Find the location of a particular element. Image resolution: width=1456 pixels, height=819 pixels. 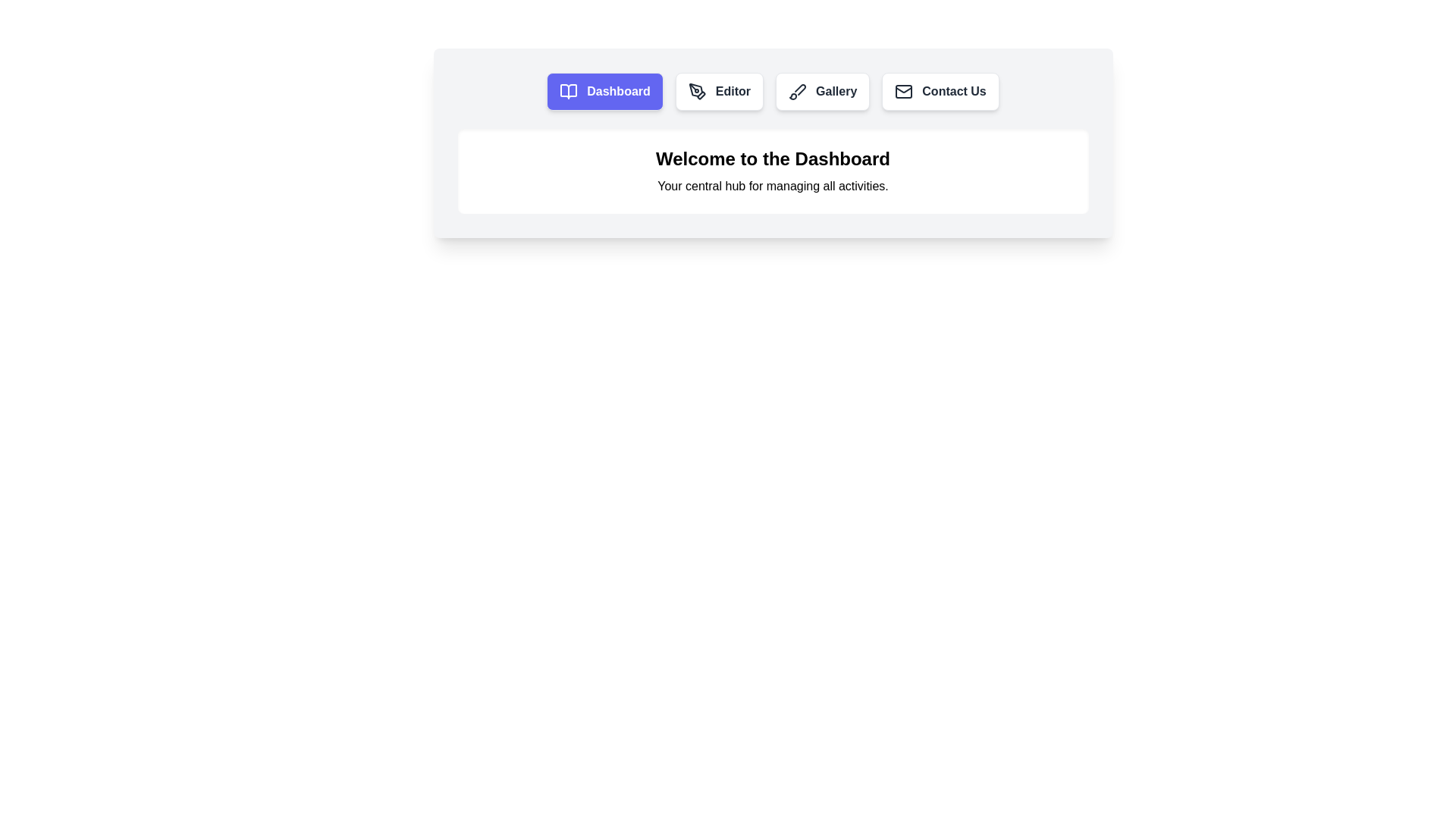

the decorative icon (SVG graphic) that enhances the visual appearance of the 'Dashboard' button, located at the far left of the button text is located at coordinates (568, 91).